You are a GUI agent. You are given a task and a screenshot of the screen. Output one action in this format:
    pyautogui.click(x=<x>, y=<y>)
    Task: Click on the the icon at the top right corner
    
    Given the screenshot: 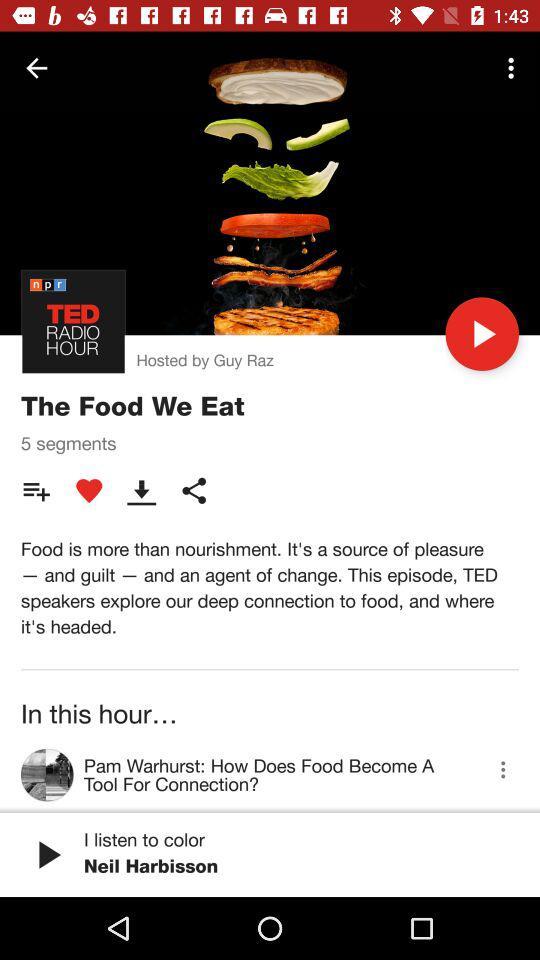 What is the action you would take?
    pyautogui.click(x=513, y=68)
    